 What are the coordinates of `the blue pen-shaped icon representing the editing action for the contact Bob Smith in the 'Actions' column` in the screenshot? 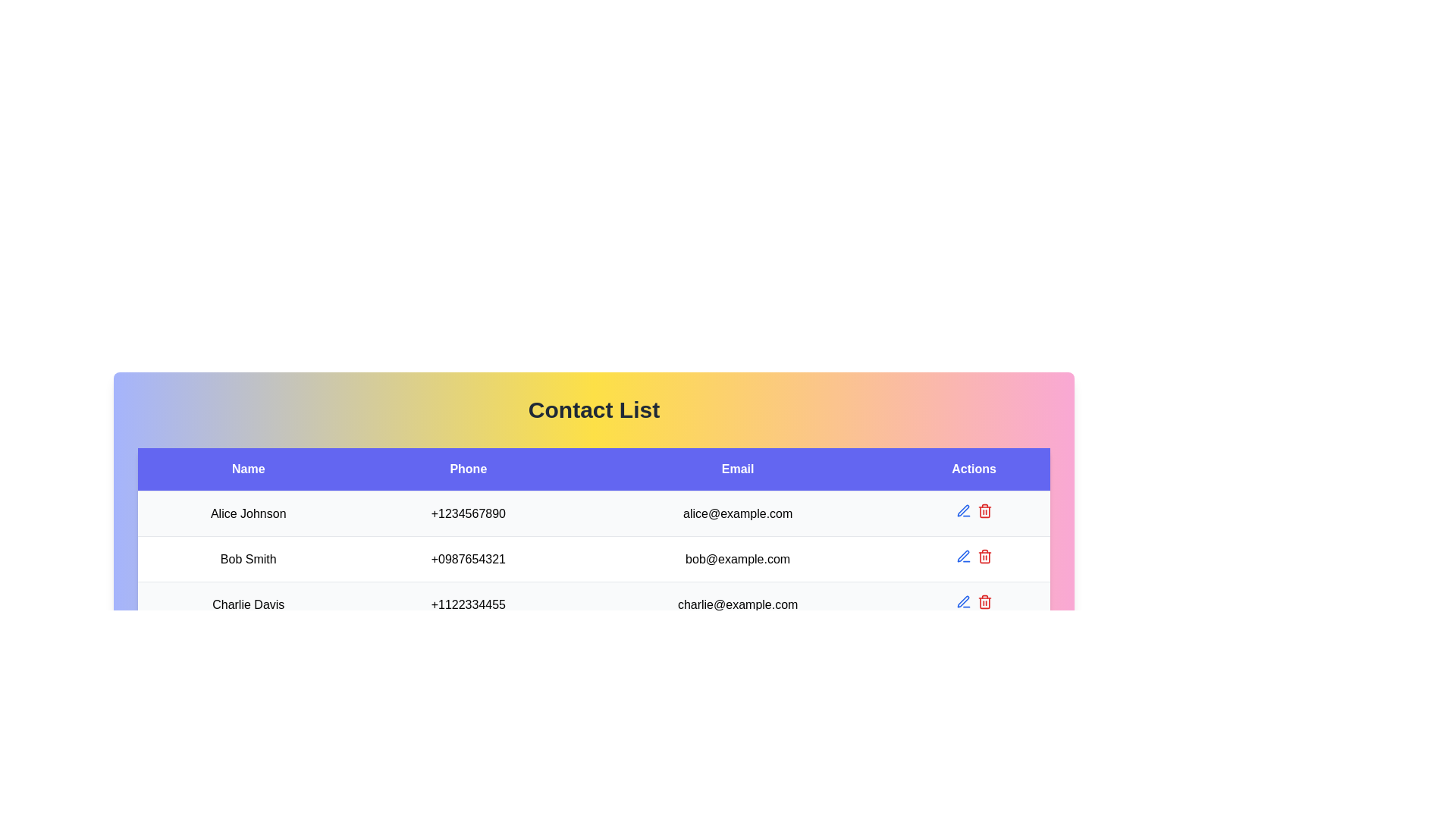 It's located at (962, 556).